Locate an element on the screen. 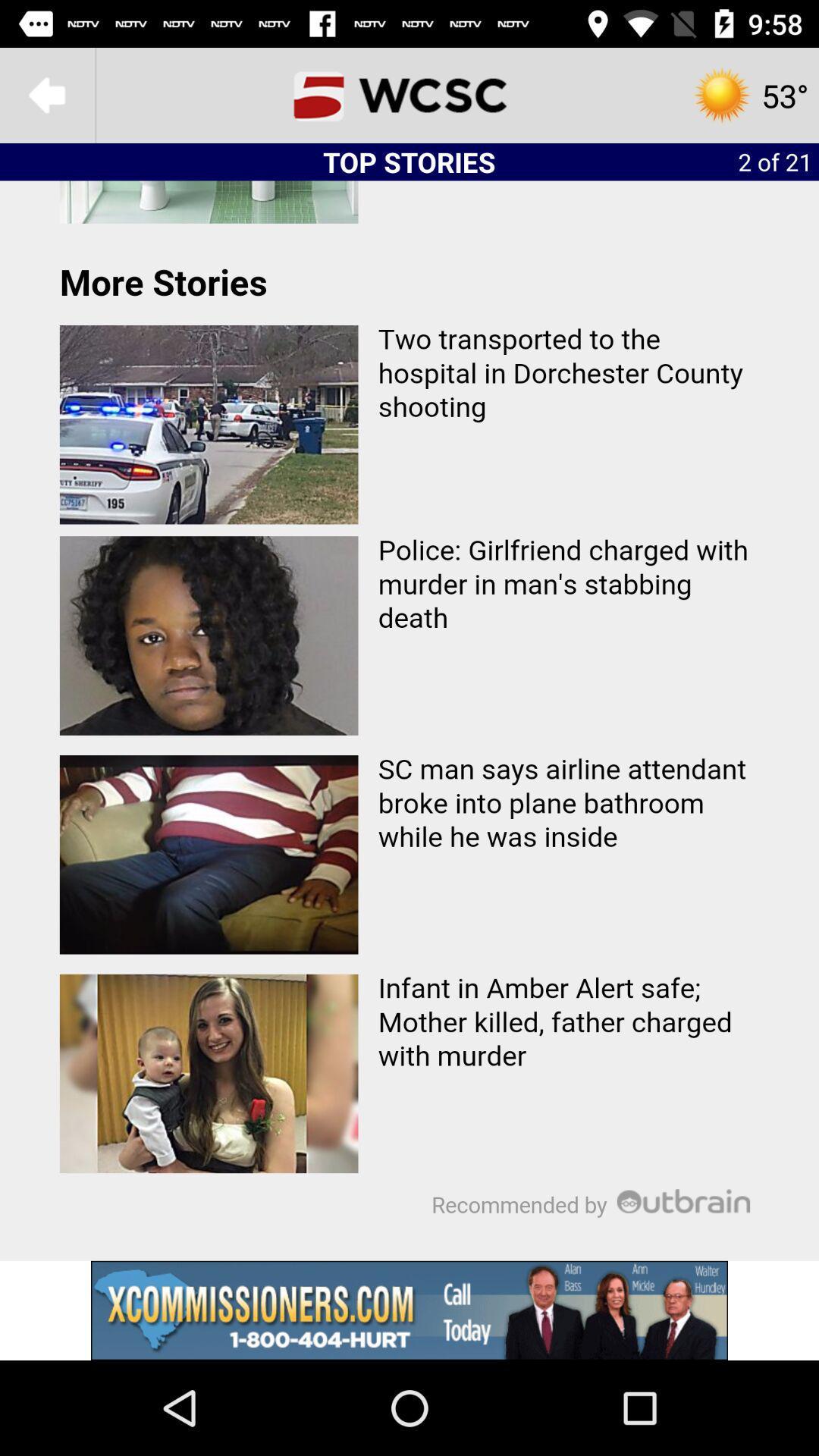 The height and width of the screenshot is (1456, 819). the icon above top stories icon is located at coordinates (409, 94).